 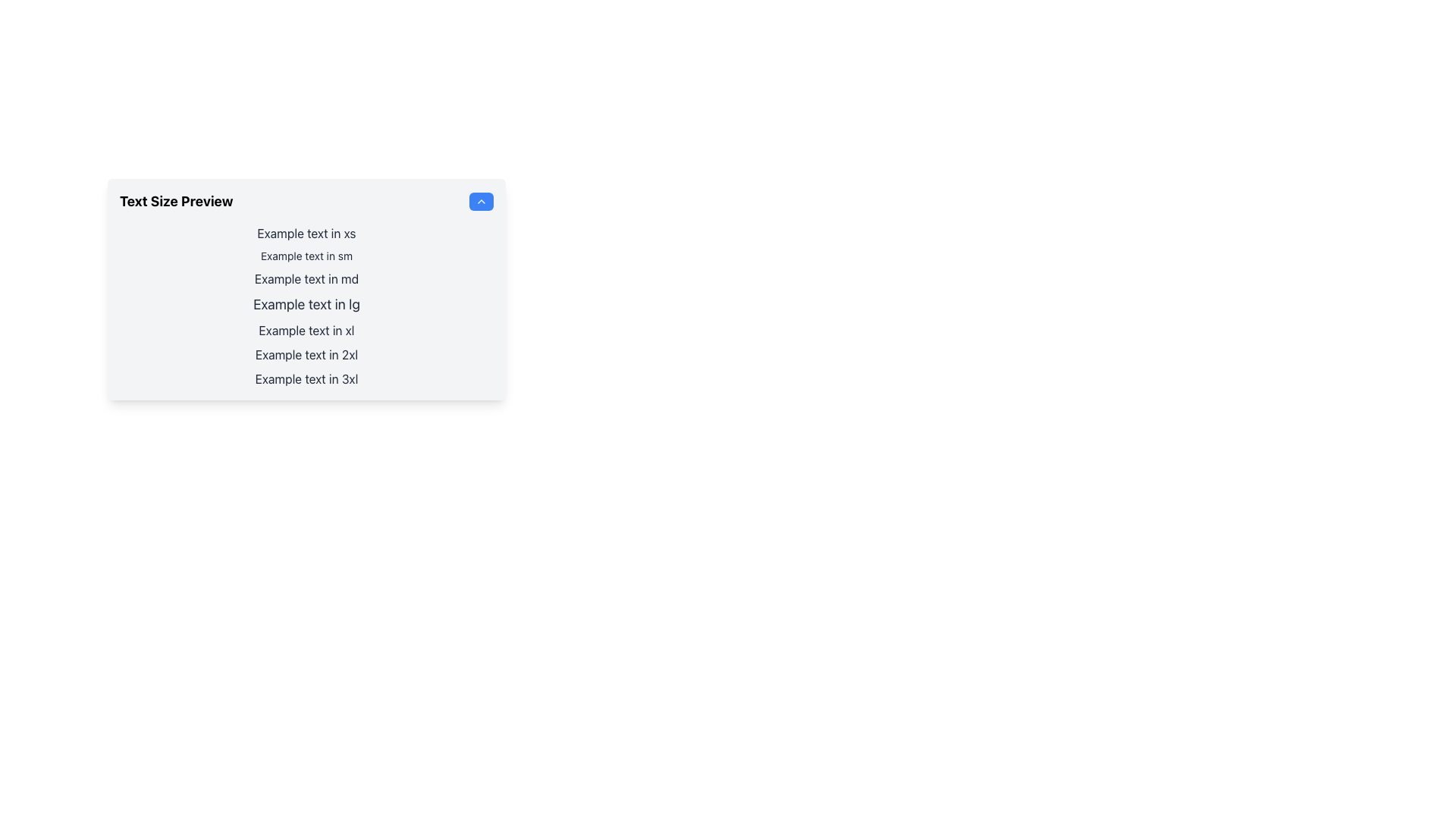 I want to click on the text sample at the top of the list for copying, which is represented using a specific font size and is the first item in a vertically stacked list of seven elements, so click(x=306, y=234).